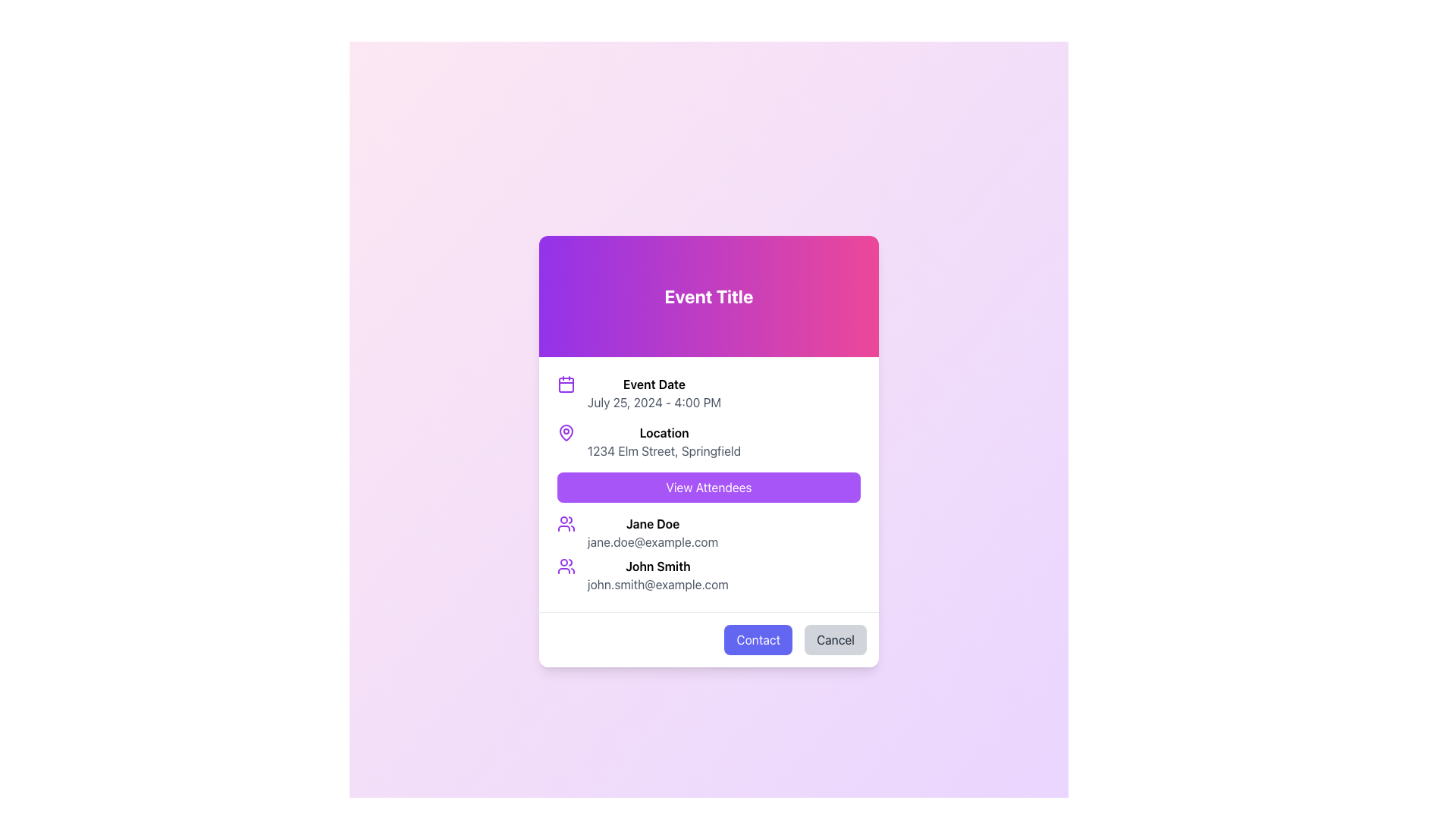 The image size is (1456, 819). Describe the element at coordinates (664, 432) in the screenshot. I see `the 'Location' text label, which is styled in bold and is positioned centrally in the modal, directly below the 'Event Date' section` at that location.